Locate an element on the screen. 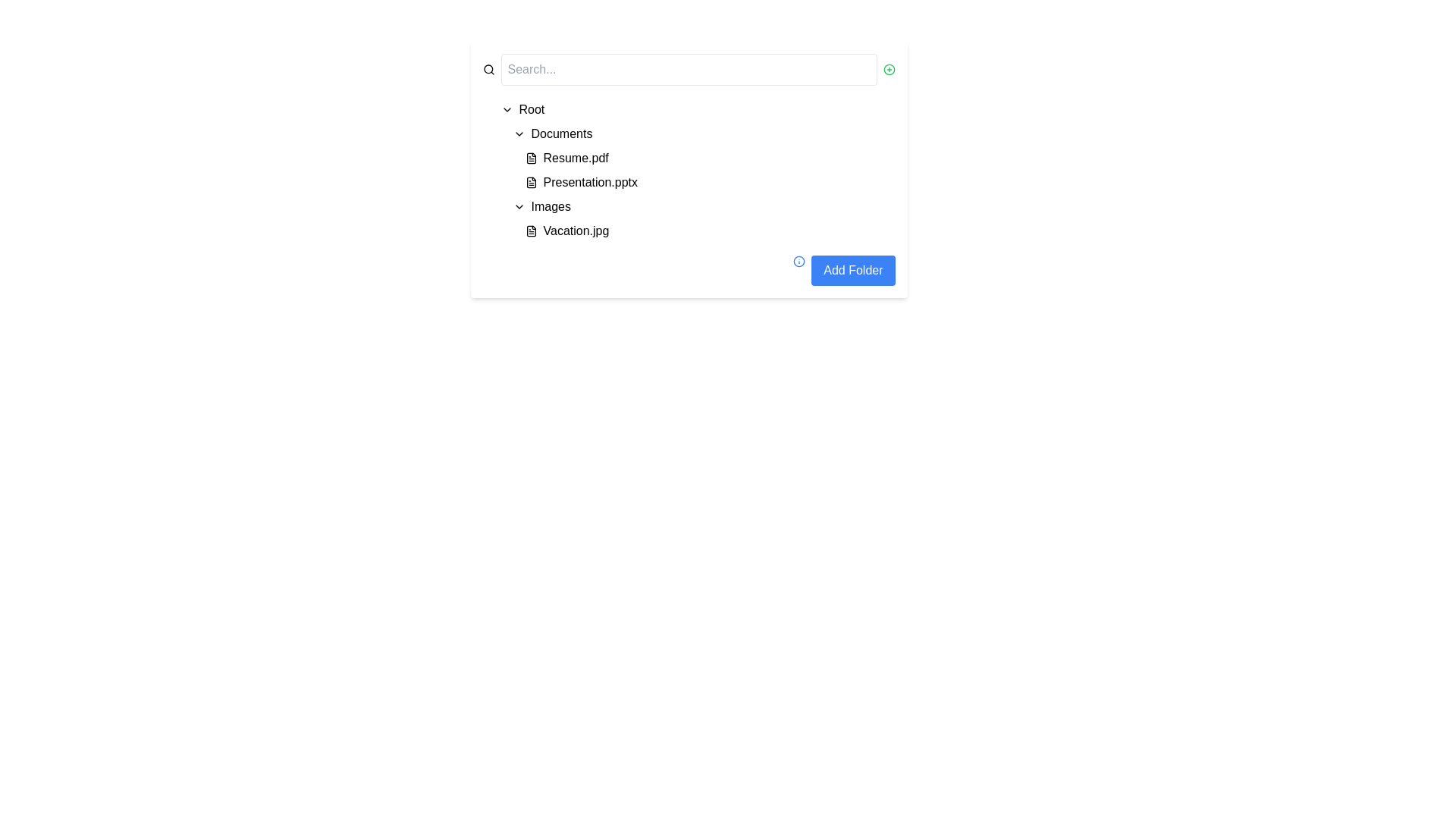 The image size is (1456, 819). the list item labeled 'Vacation.jpg' is located at coordinates (700, 219).